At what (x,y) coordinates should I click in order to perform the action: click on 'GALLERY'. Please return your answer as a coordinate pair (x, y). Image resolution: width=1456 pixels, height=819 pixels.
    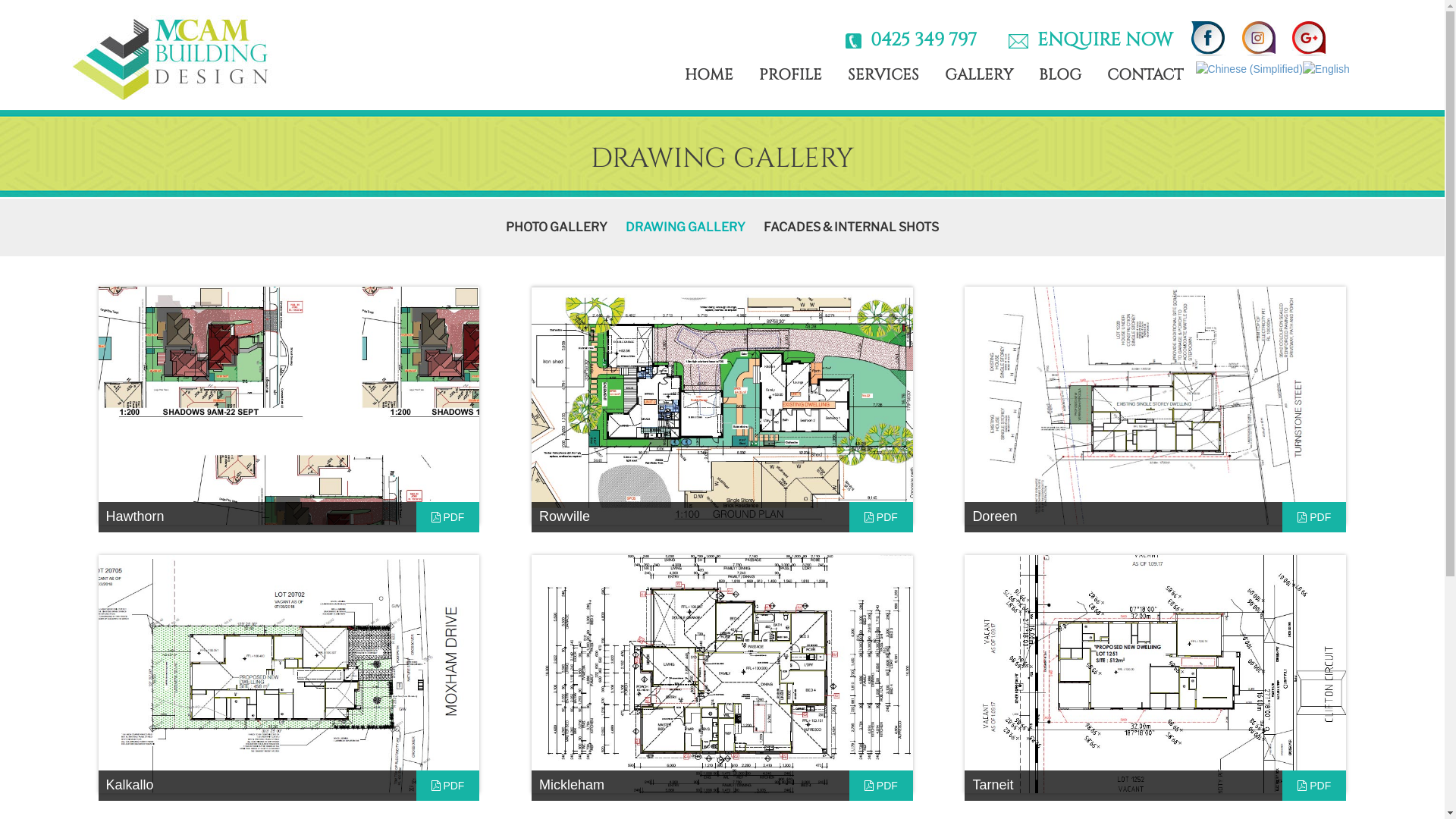
    Looking at the image, I should click on (979, 75).